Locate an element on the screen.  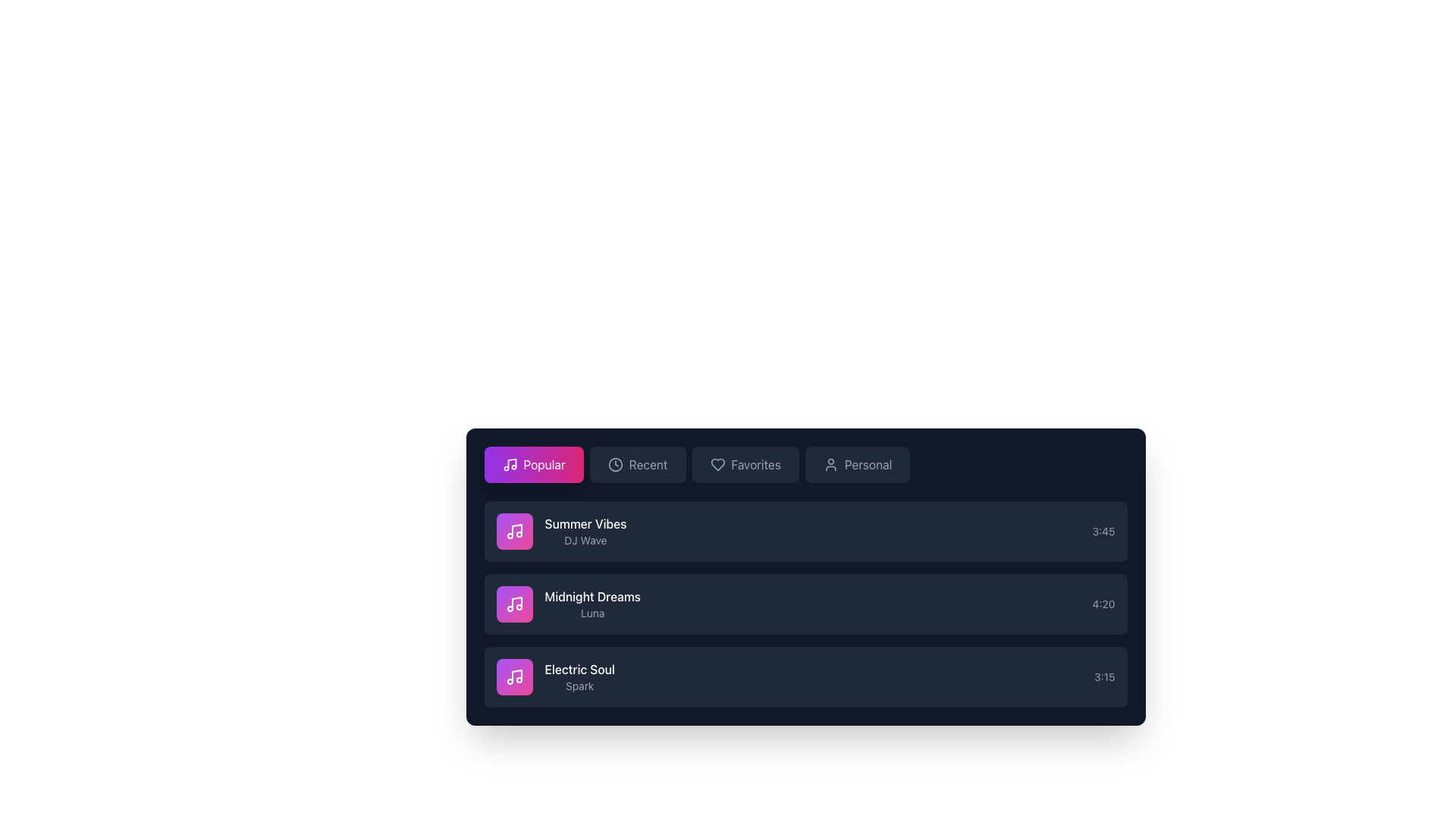
the 'DJ Wave' text label which is styled with a small gray font and located below the 'Summer Vibes' text in the 'Popular' section of the music playlist is located at coordinates (585, 540).